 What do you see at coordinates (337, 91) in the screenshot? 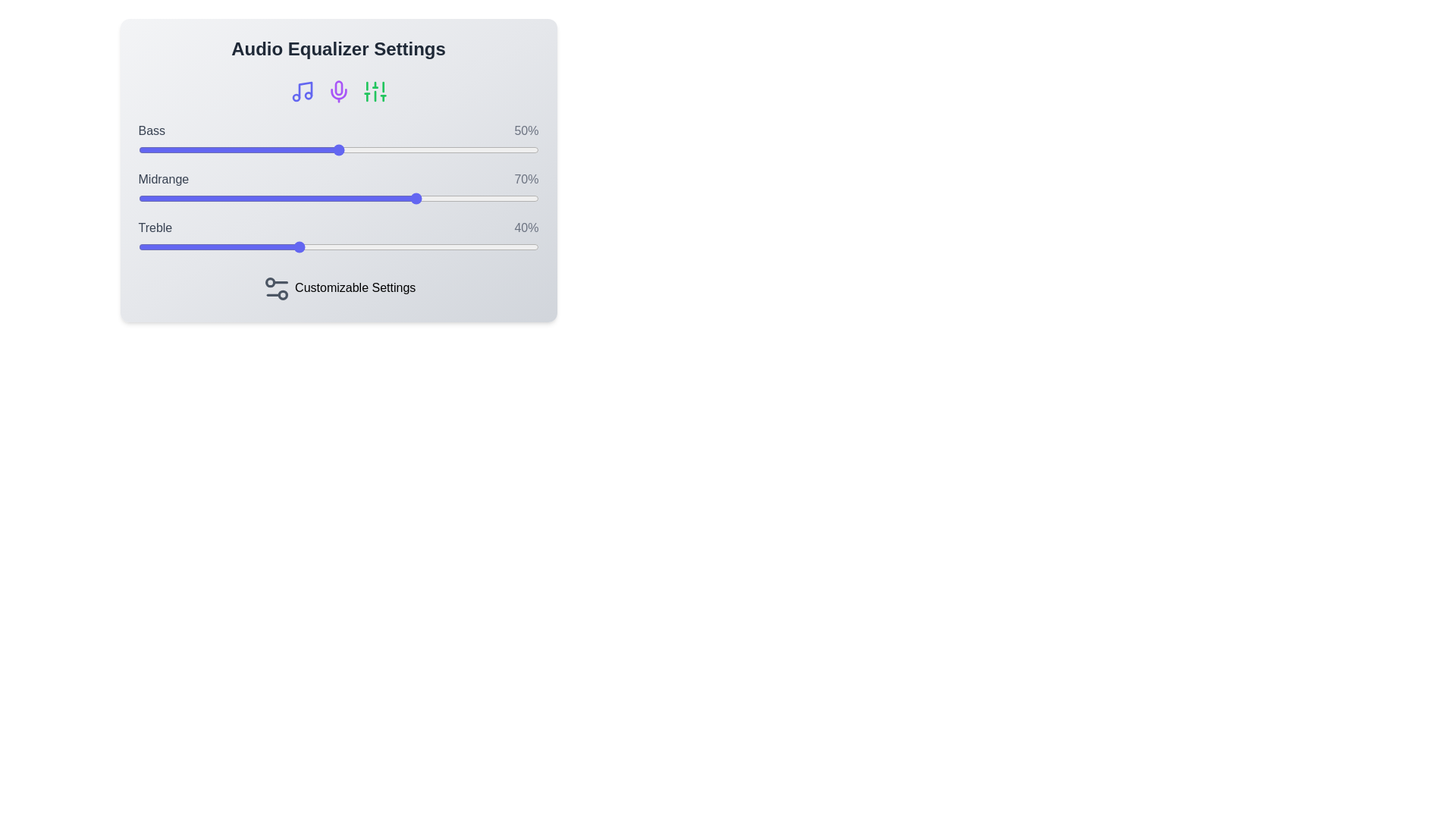
I see `the Microphone icon to perform its associated action` at bounding box center [337, 91].